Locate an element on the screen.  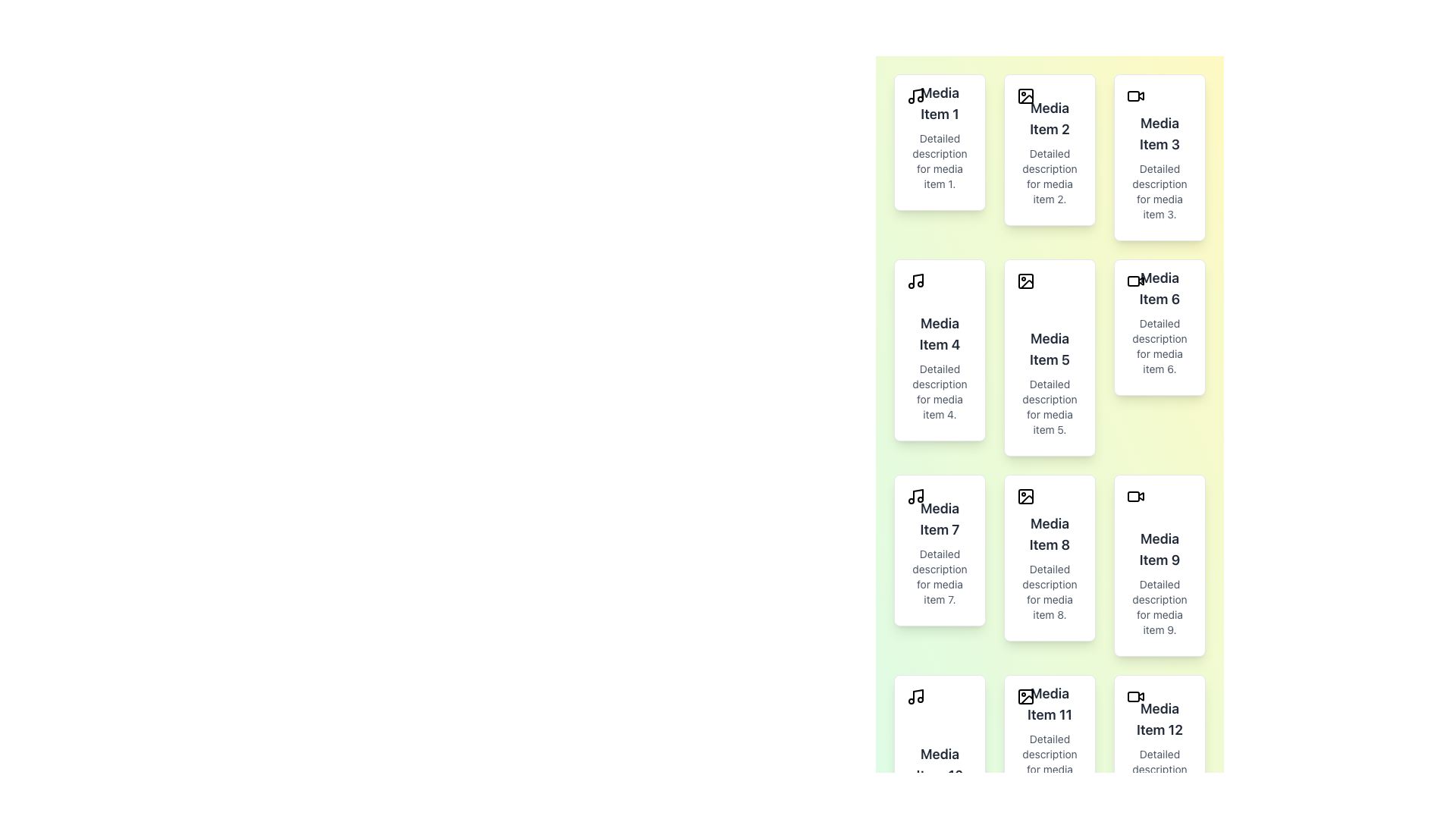
text content of the static display card located in the second column and third row of the grid layout, adjacent to 'Media Item 5' on the left and 'Media Item 9' below is located at coordinates (1159, 327).